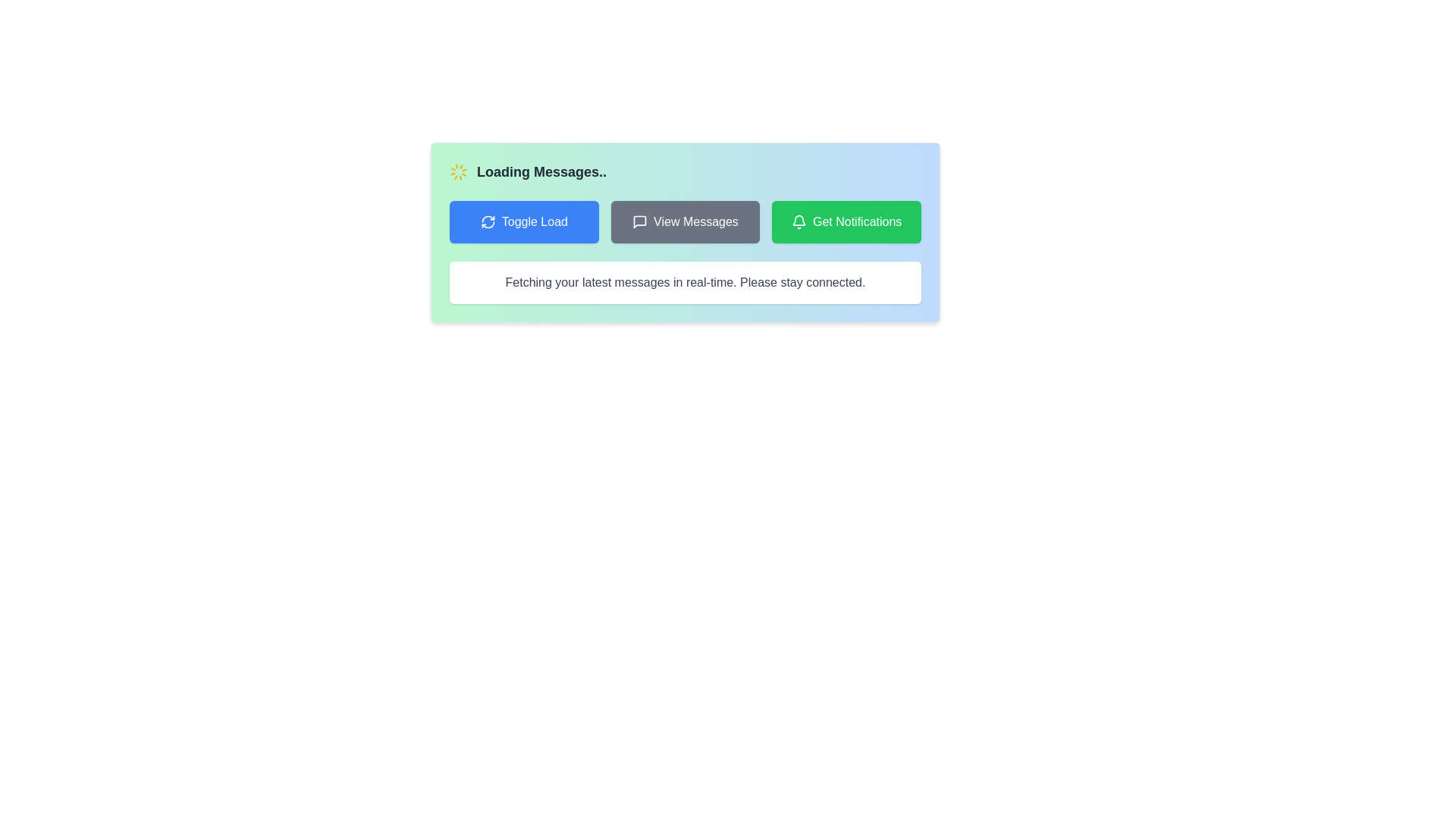 The width and height of the screenshot is (1456, 819). I want to click on the text box with a white background and rounded corners that displays the message 'Fetching your latest messages in real-time. Please stay connected.', so click(684, 283).